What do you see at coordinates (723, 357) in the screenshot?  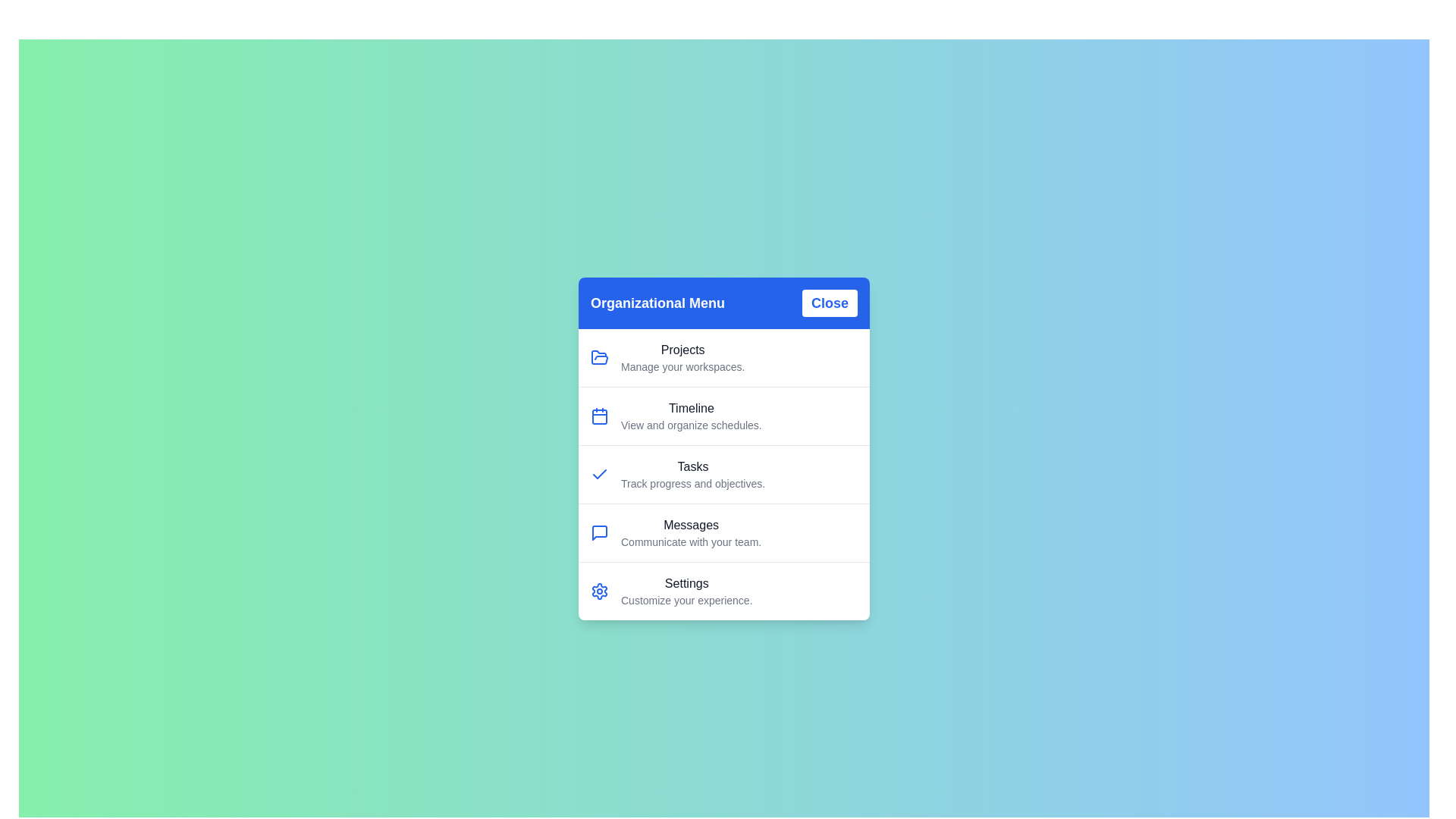 I see `the menu item labeled Projects to trigger its hover state` at bounding box center [723, 357].